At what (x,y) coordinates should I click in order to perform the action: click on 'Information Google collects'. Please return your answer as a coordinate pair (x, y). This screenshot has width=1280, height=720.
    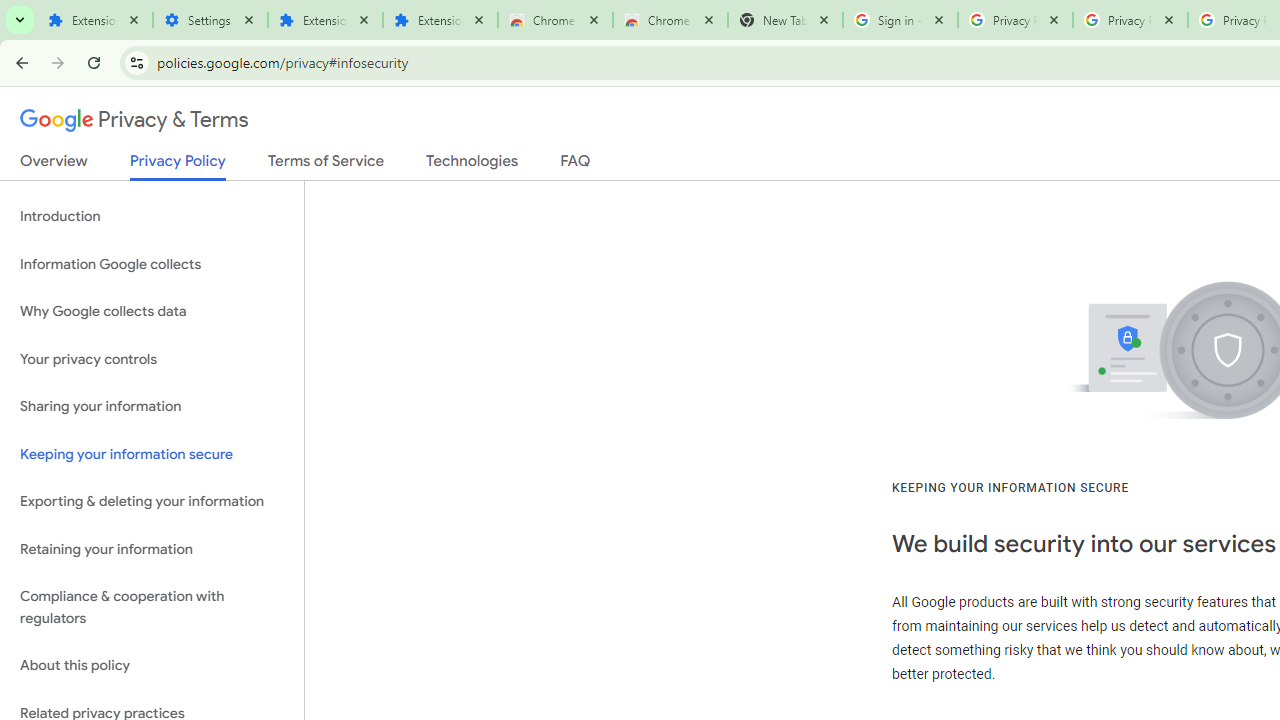
    Looking at the image, I should click on (151, 263).